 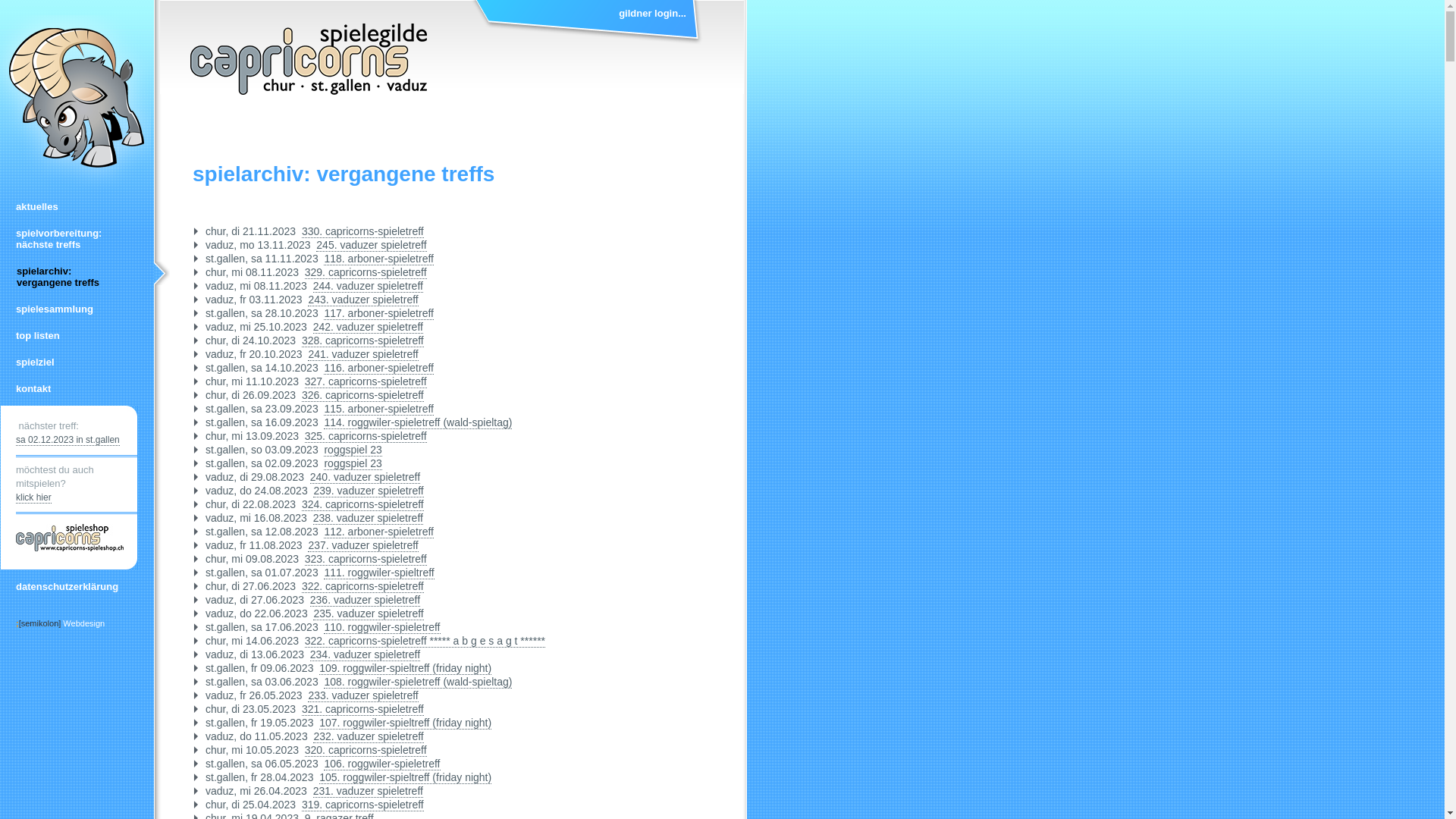 I want to click on '111. roggwiler-spieltreff', so click(x=378, y=573).